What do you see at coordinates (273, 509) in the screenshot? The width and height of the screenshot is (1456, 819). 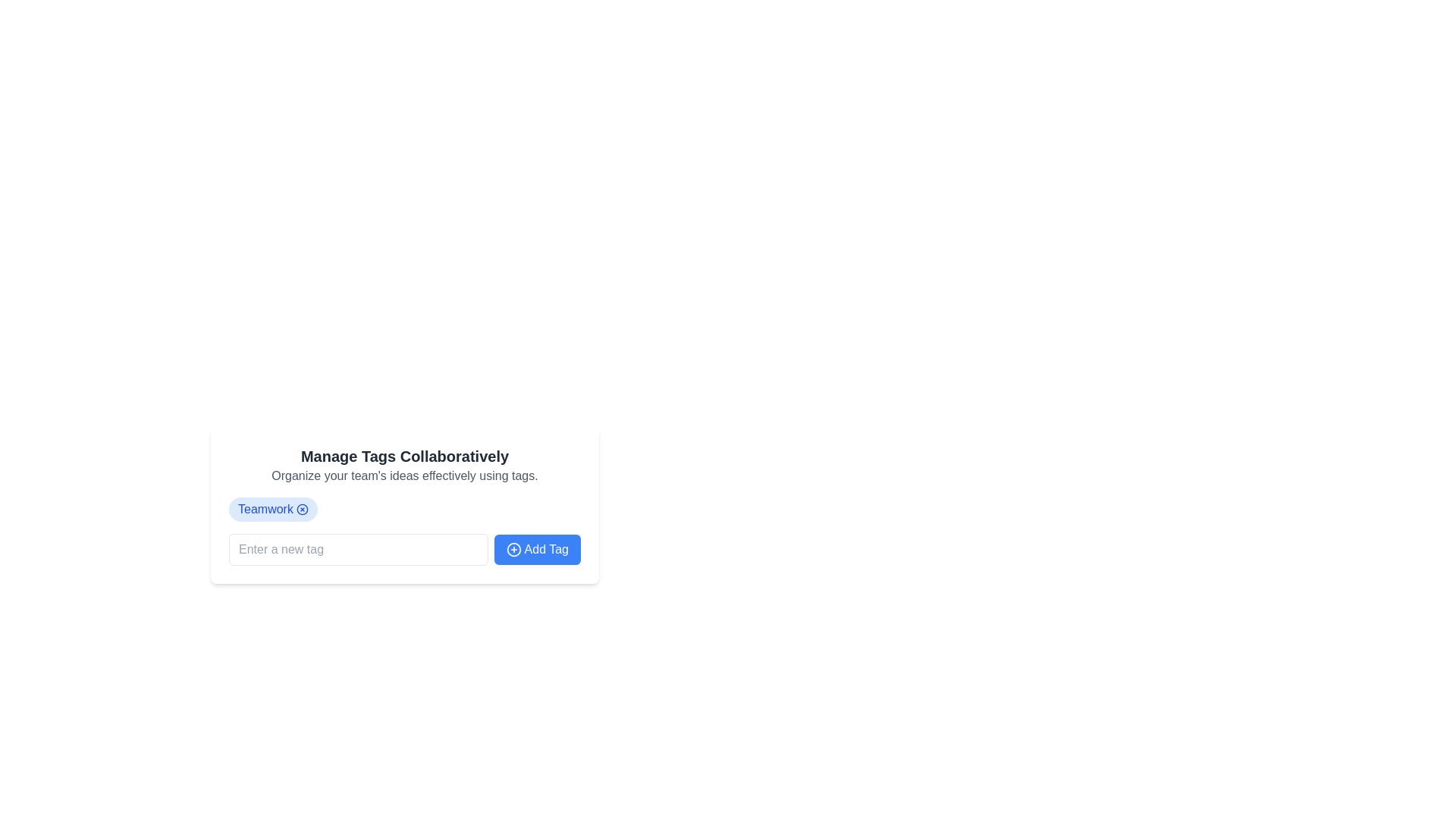 I see `the 'Teamwork' Tag component with a remove button, which is an oval-shaped badge with a light blue background and blue text` at bounding box center [273, 509].